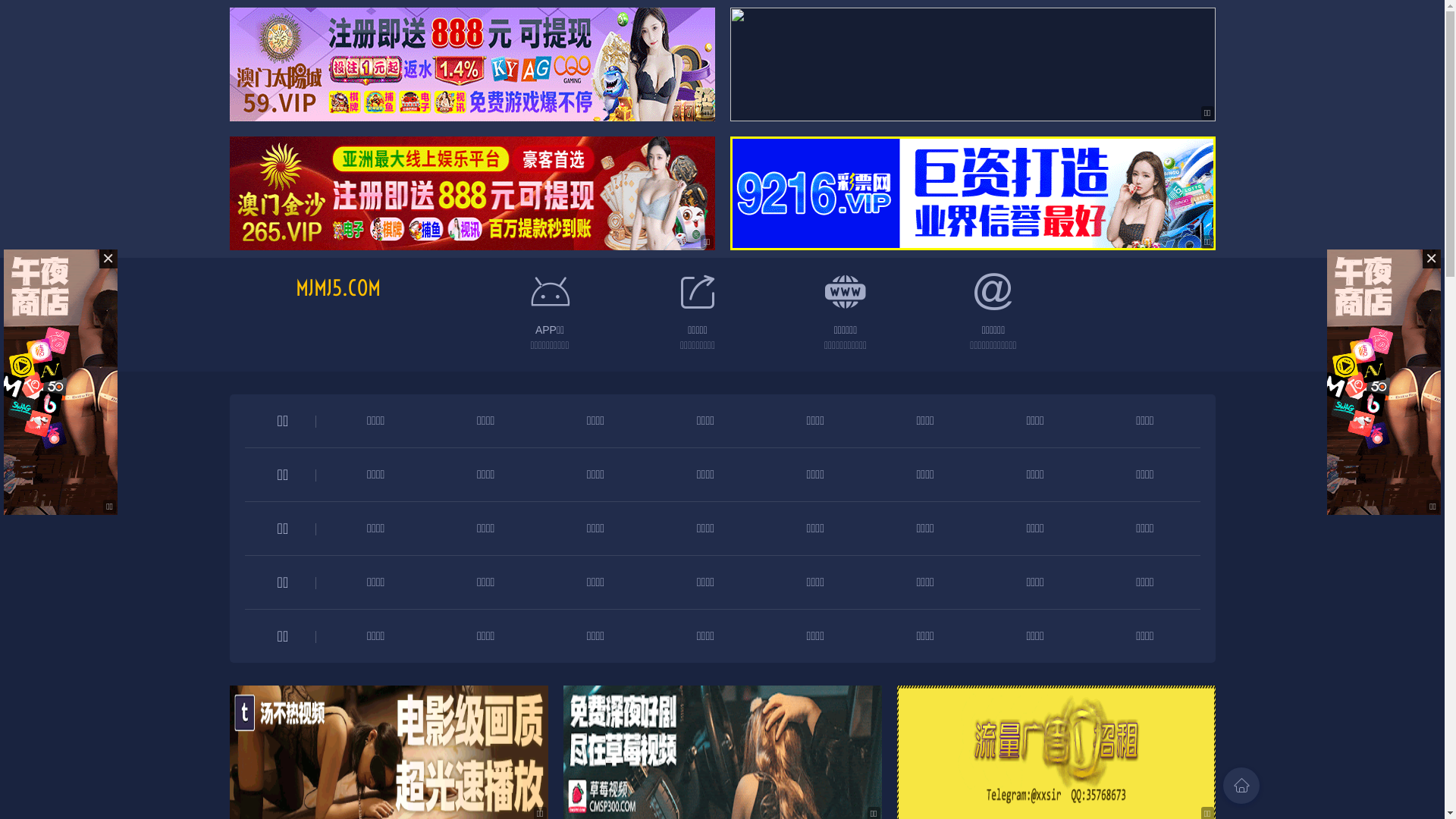 The image size is (1456, 819). I want to click on 'MJMJ5.COM', so click(337, 287).